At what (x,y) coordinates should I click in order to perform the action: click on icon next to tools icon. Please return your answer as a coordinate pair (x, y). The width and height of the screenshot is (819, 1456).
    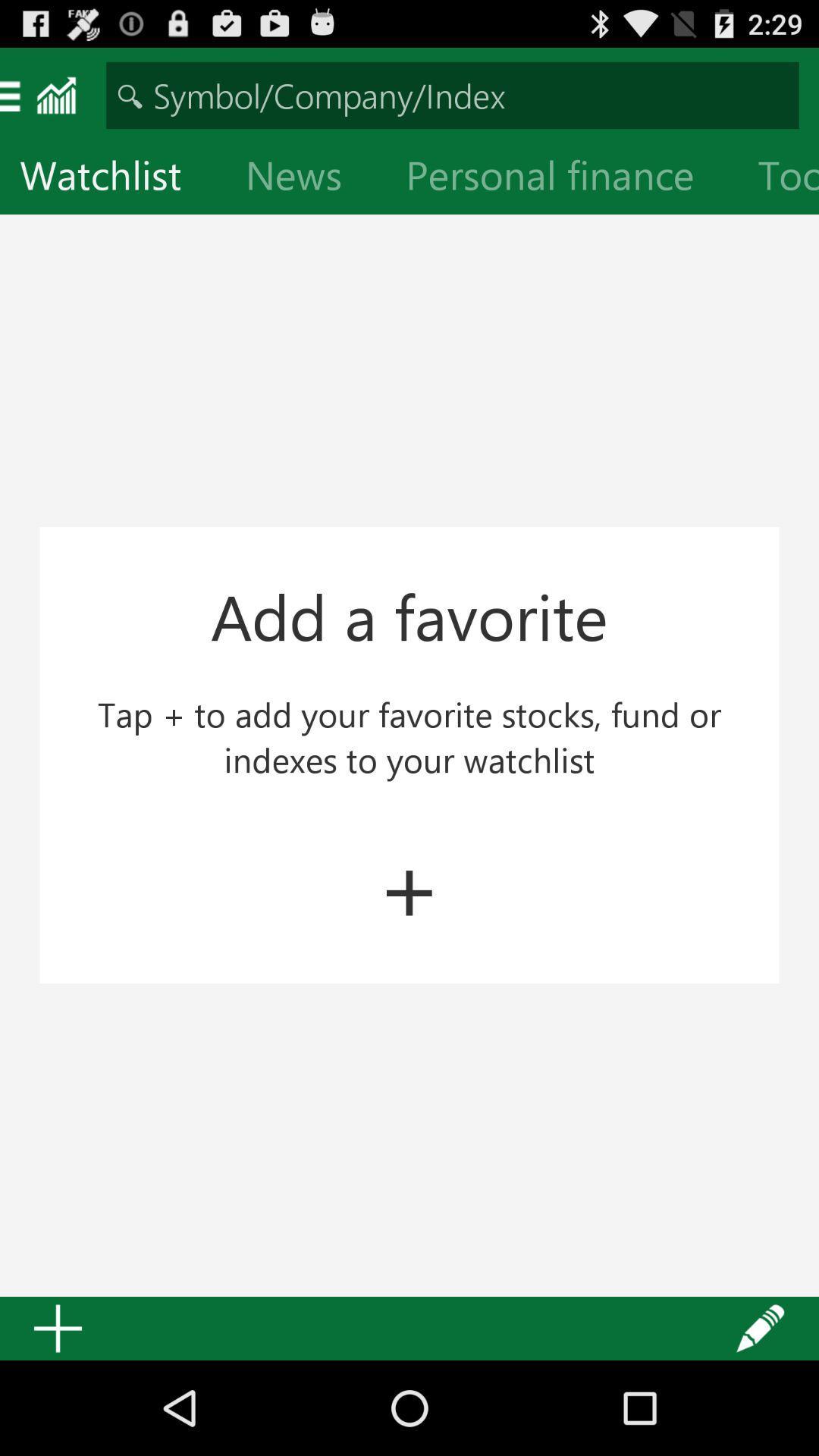
    Looking at the image, I should click on (562, 178).